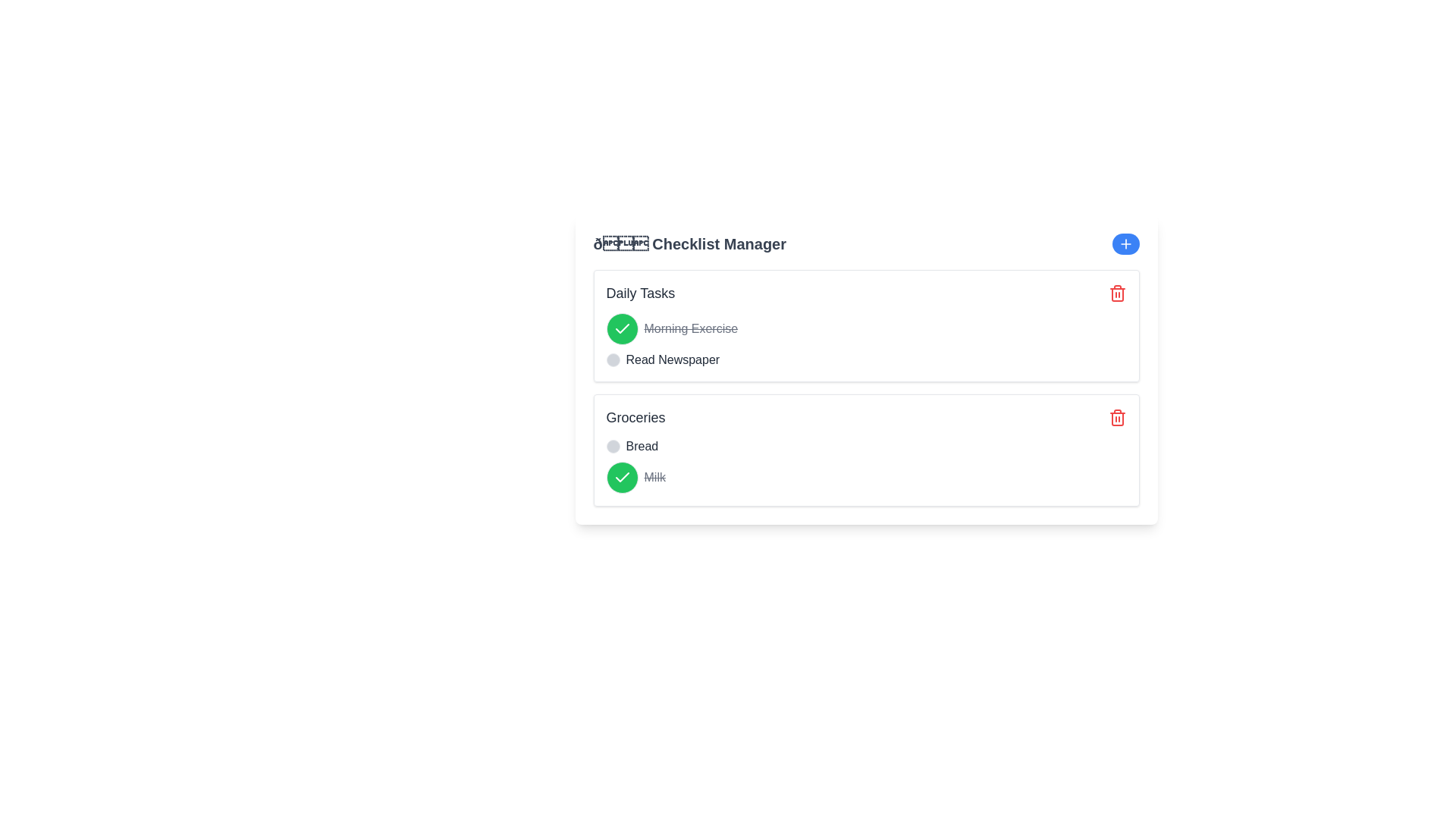 This screenshot has width=1456, height=819. Describe the element at coordinates (622, 476) in the screenshot. I see `the checkmark icon within the circular background under the 'Groceries' checklist` at that location.